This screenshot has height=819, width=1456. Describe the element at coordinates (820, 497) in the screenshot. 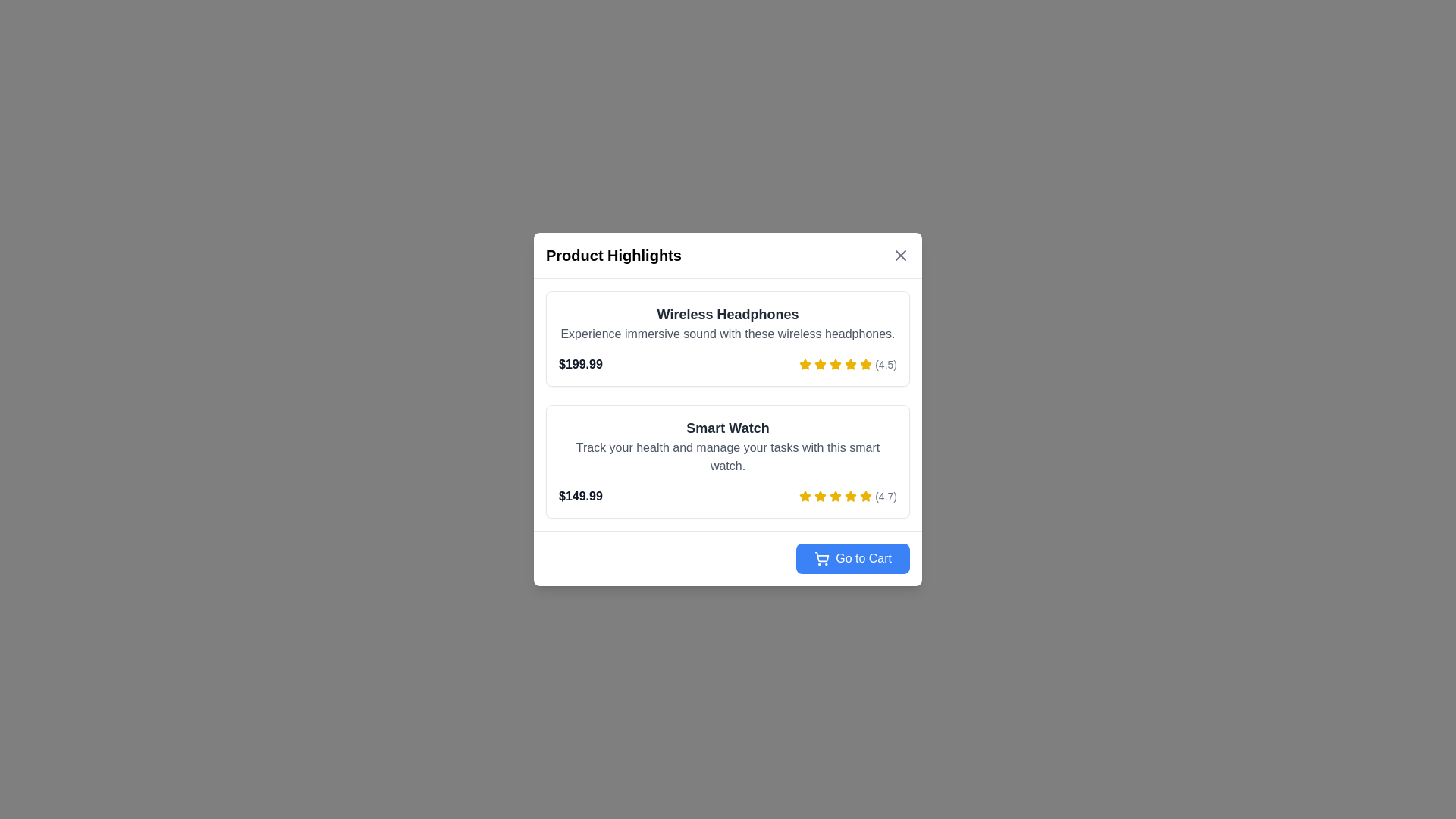

I see `the third yellow star icon in the product rating section next to the 'Smart Watch' listing to interact with the rating system` at that location.